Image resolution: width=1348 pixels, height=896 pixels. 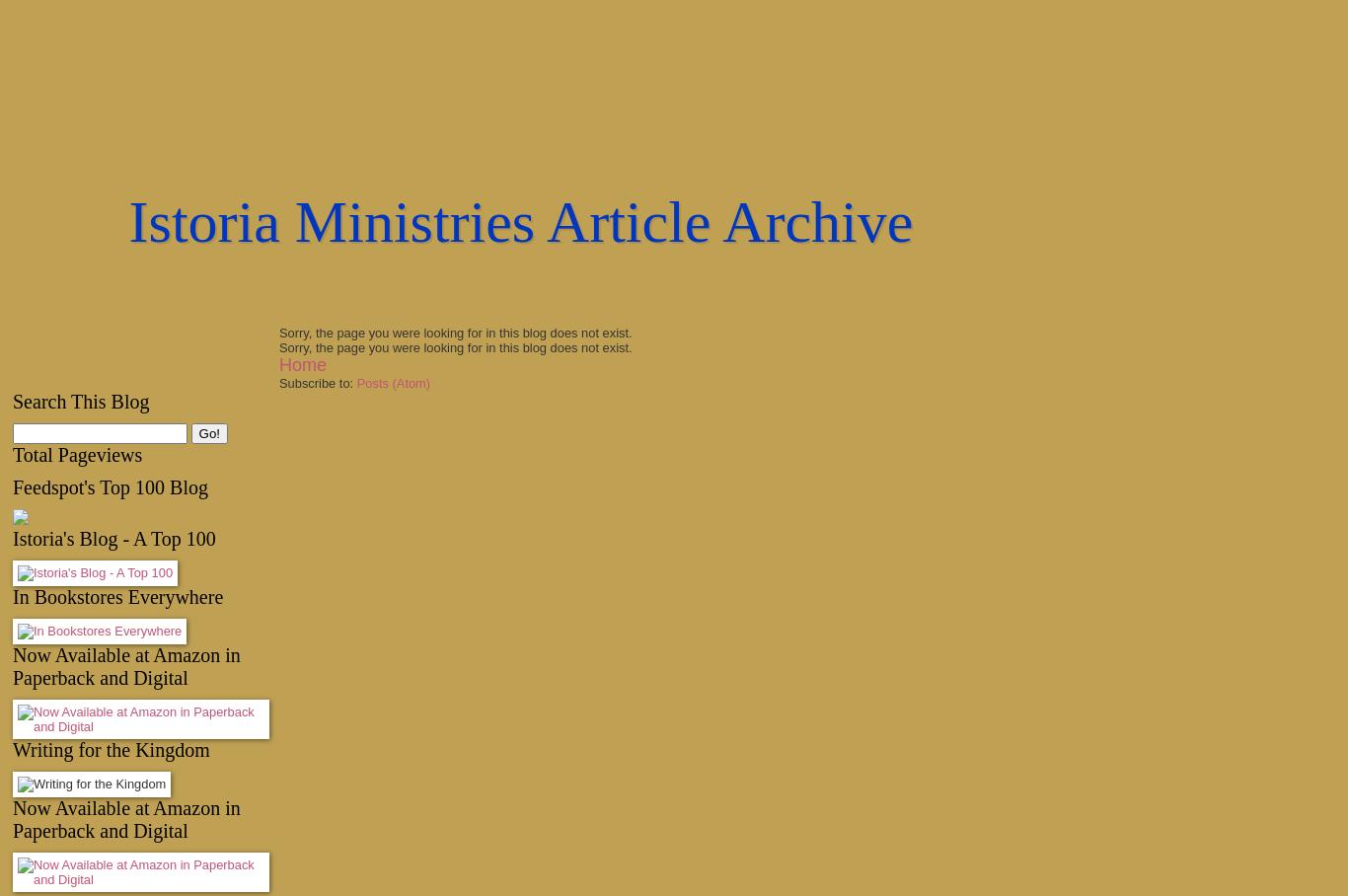 I want to click on 'Istoria Ministries Article Archive', so click(x=520, y=222).